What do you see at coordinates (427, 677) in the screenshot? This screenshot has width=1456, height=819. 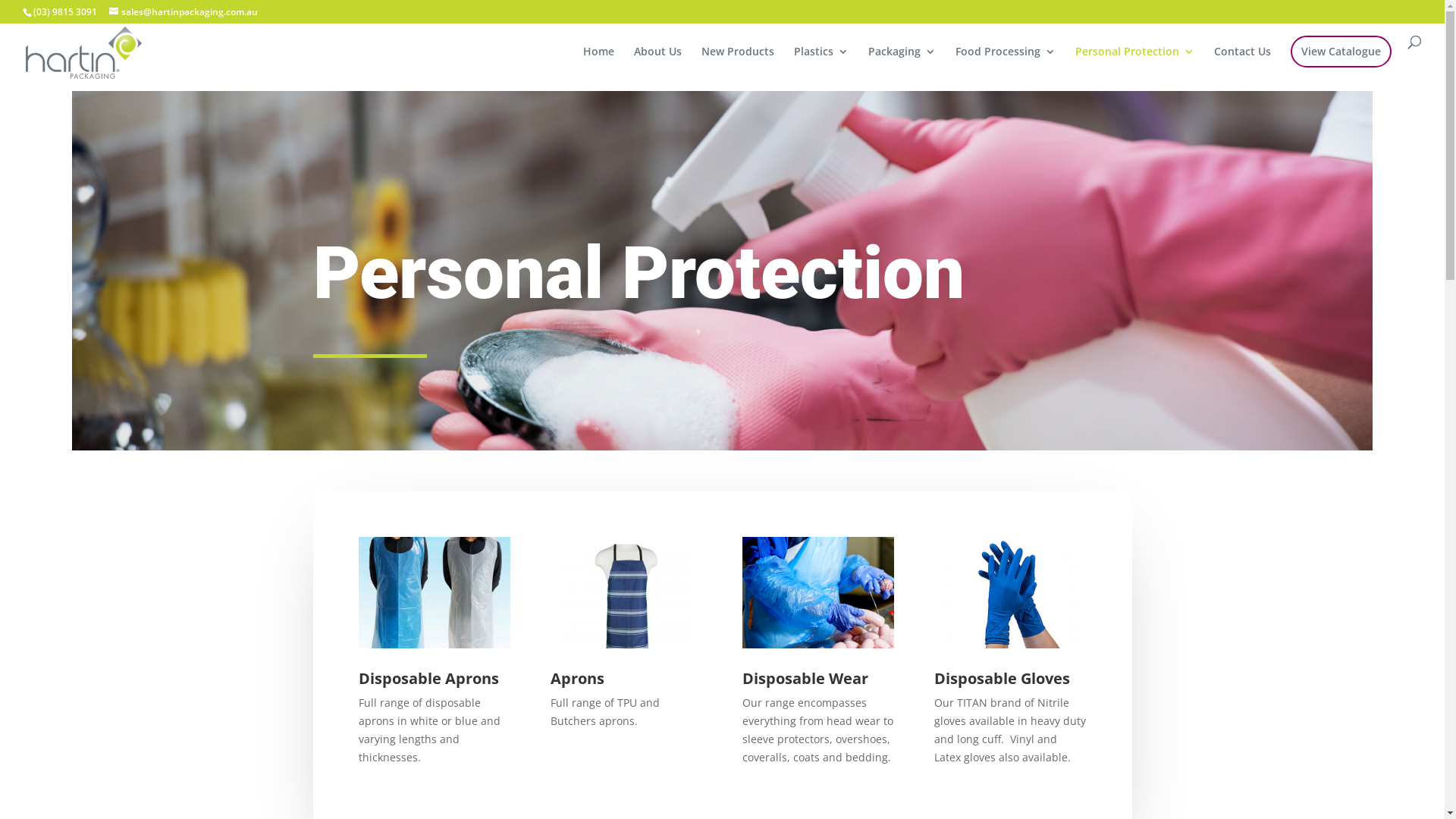 I see `'Disposable Aprons'` at bounding box center [427, 677].